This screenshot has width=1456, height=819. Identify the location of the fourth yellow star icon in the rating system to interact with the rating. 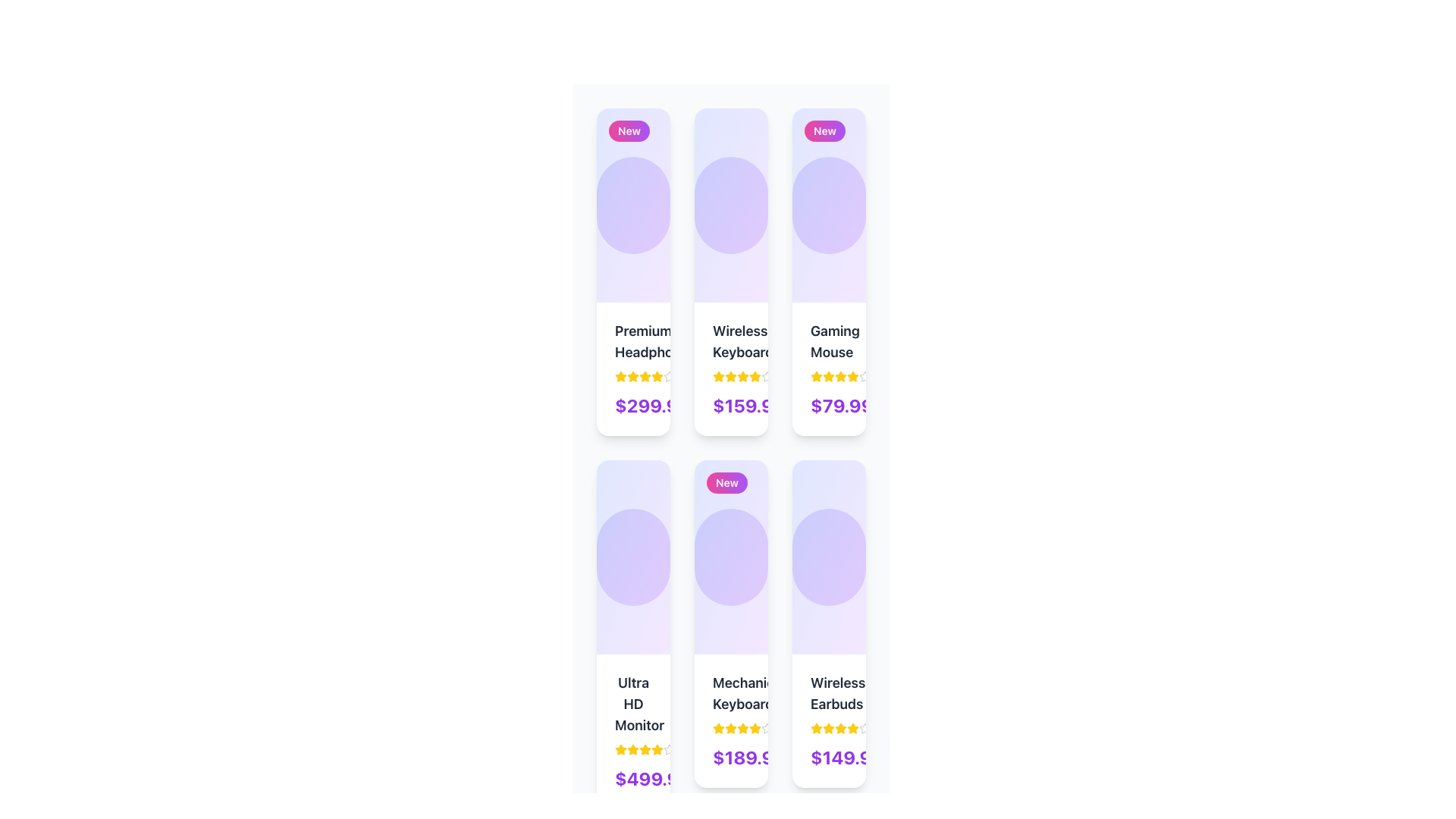
(645, 376).